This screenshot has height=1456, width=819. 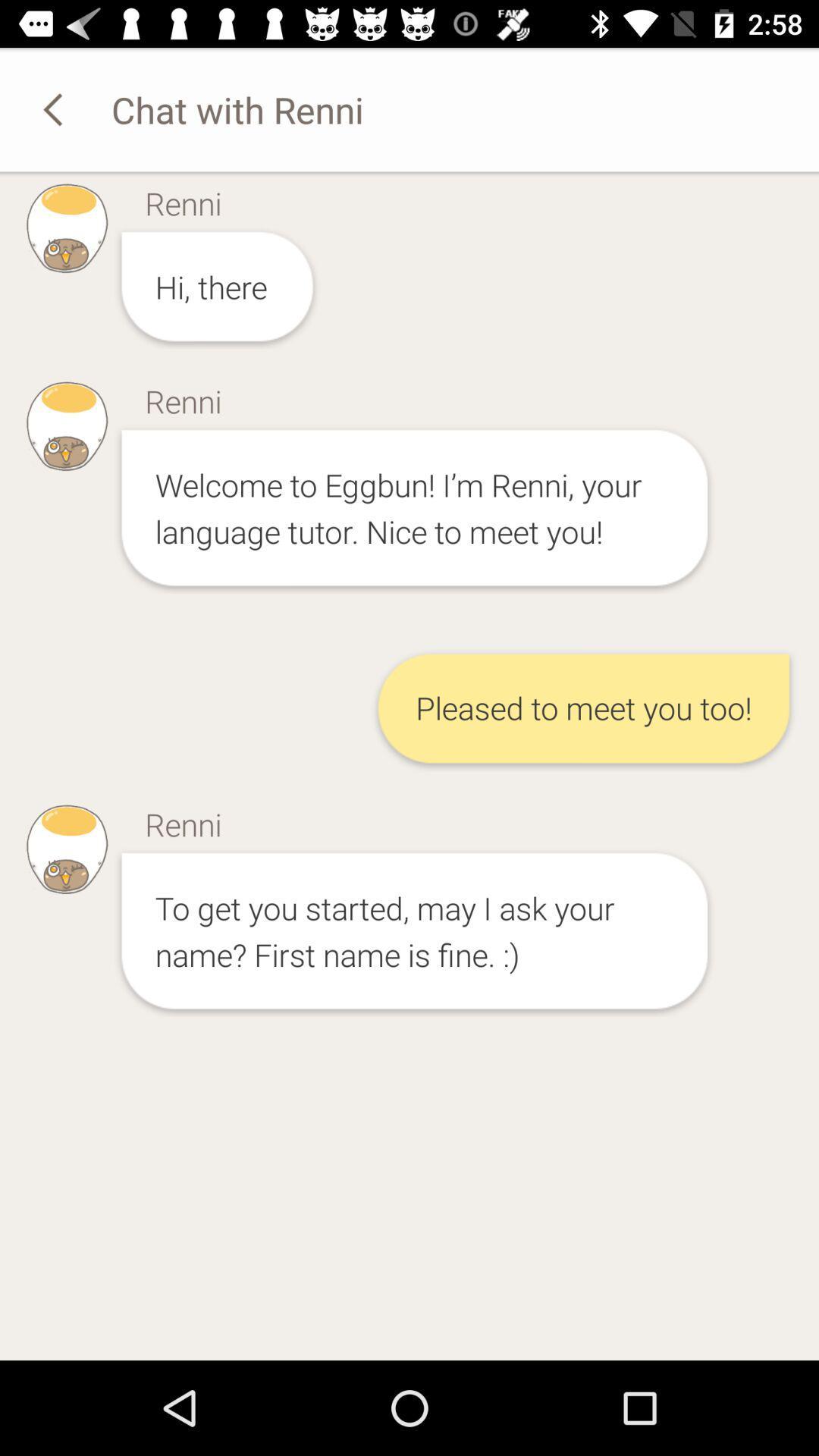 I want to click on the arrow_backward icon, so click(x=55, y=108).